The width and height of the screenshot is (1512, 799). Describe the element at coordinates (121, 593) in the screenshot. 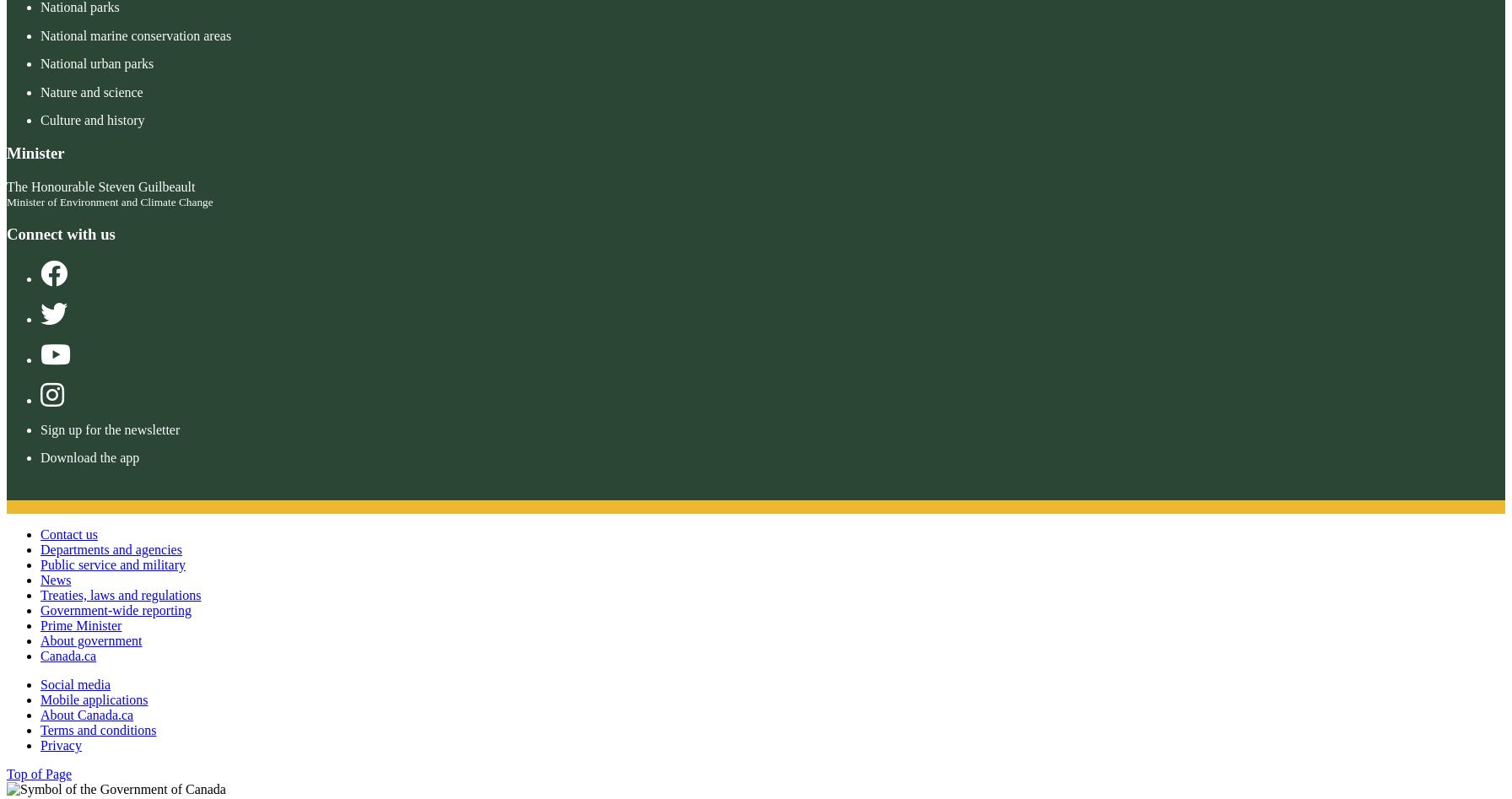

I see `'Treaties, laws and regulations'` at that location.